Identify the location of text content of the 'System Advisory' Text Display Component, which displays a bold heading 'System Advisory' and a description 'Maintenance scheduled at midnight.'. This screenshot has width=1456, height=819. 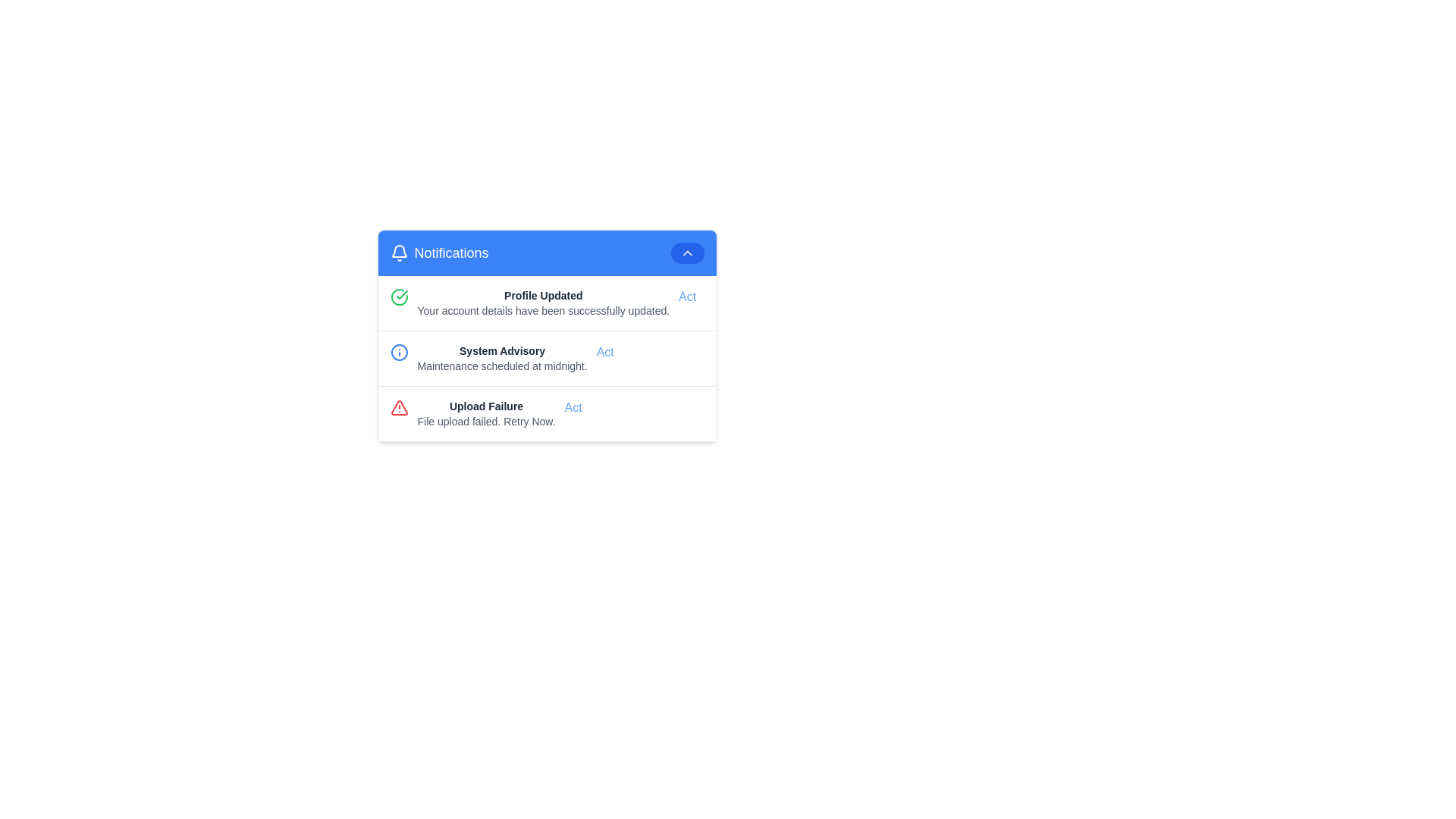
(502, 359).